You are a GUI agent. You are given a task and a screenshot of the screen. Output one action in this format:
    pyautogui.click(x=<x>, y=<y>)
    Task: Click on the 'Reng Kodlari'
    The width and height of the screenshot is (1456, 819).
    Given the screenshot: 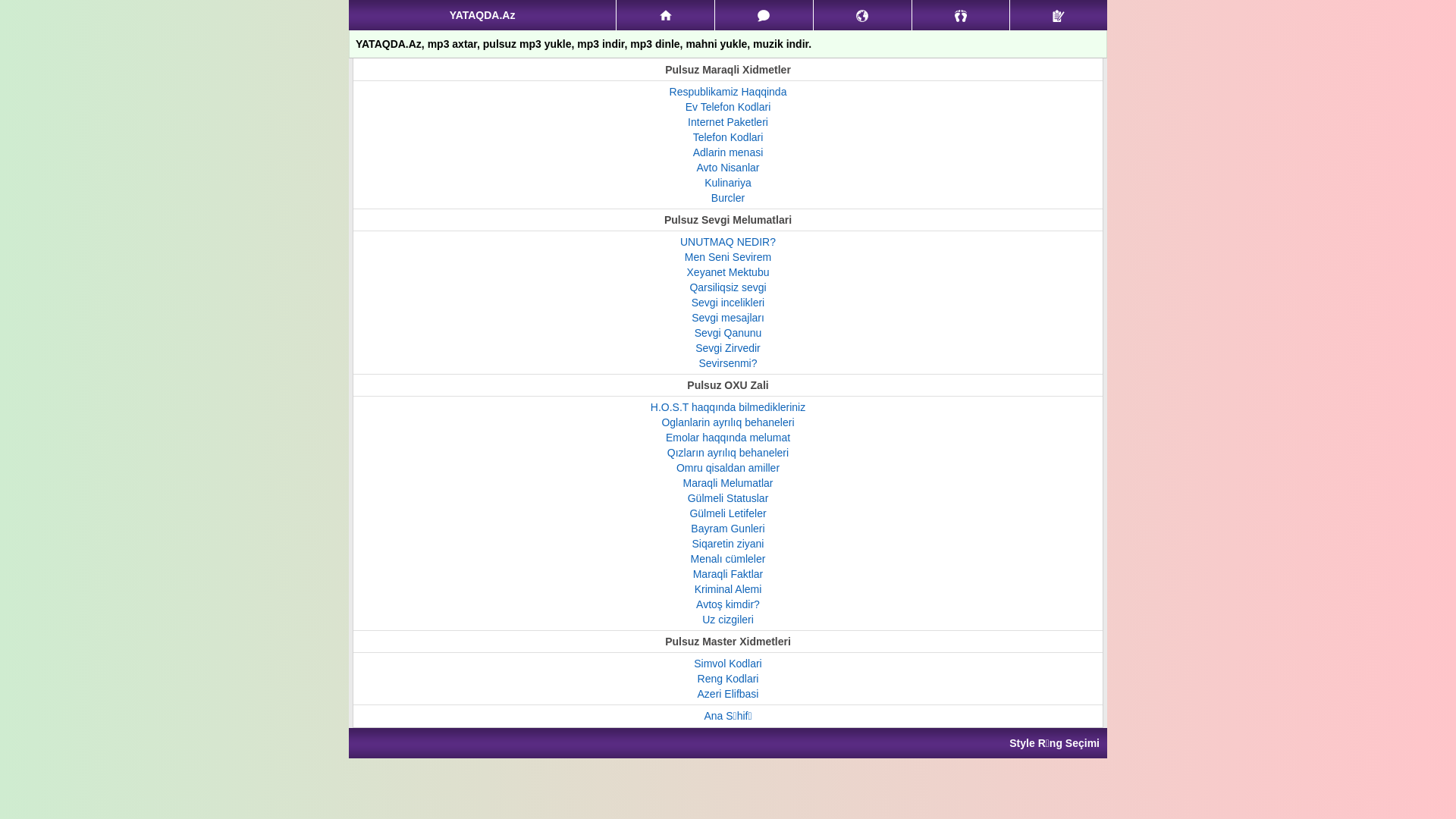 What is the action you would take?
    pyautogui.click(x=697, y=677)
    